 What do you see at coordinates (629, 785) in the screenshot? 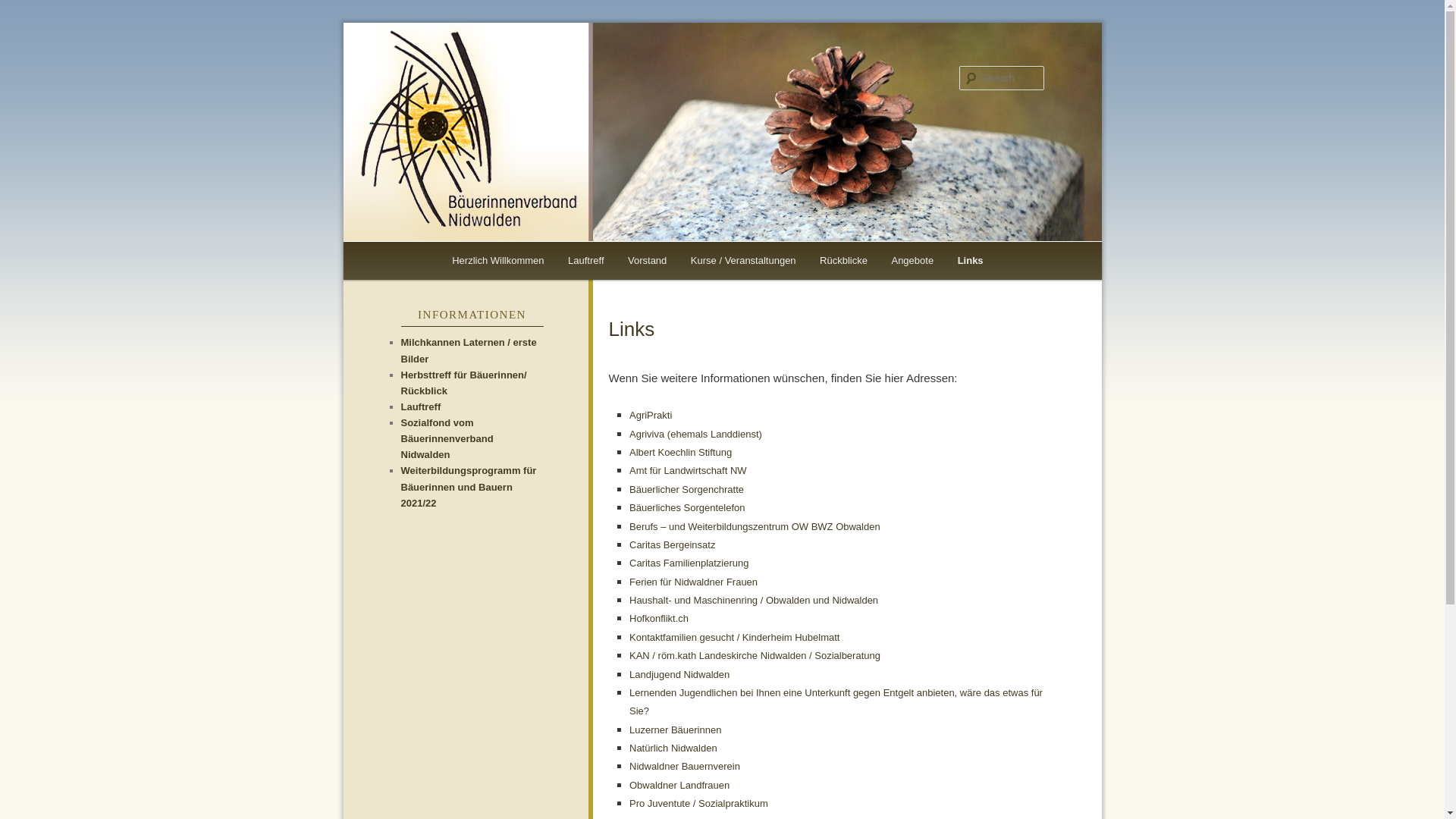
I see `'Obwaldner Landfrauen'` at bounding box center [629, 785].